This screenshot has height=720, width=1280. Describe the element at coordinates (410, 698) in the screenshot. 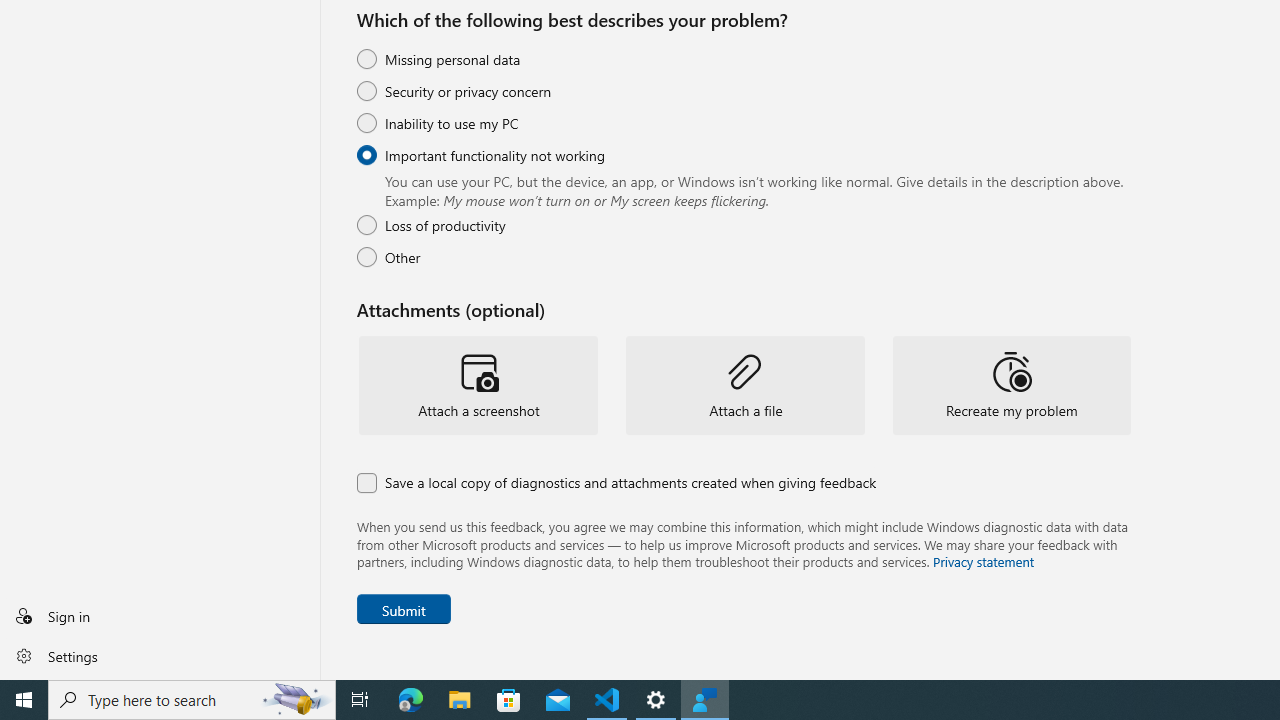

I see `'Microsoft Edge'` at that location.